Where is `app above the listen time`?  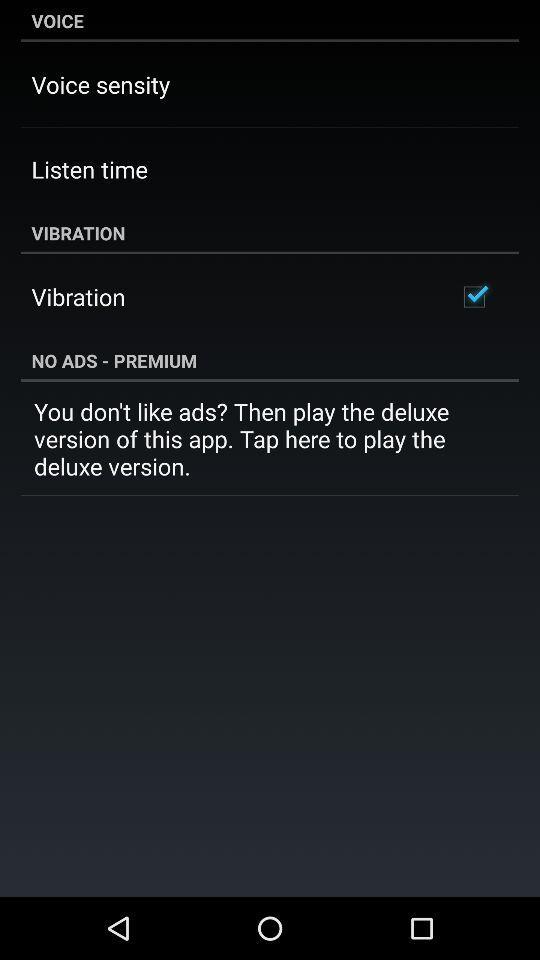 app above the listen time is located at coordinates (99, 84).